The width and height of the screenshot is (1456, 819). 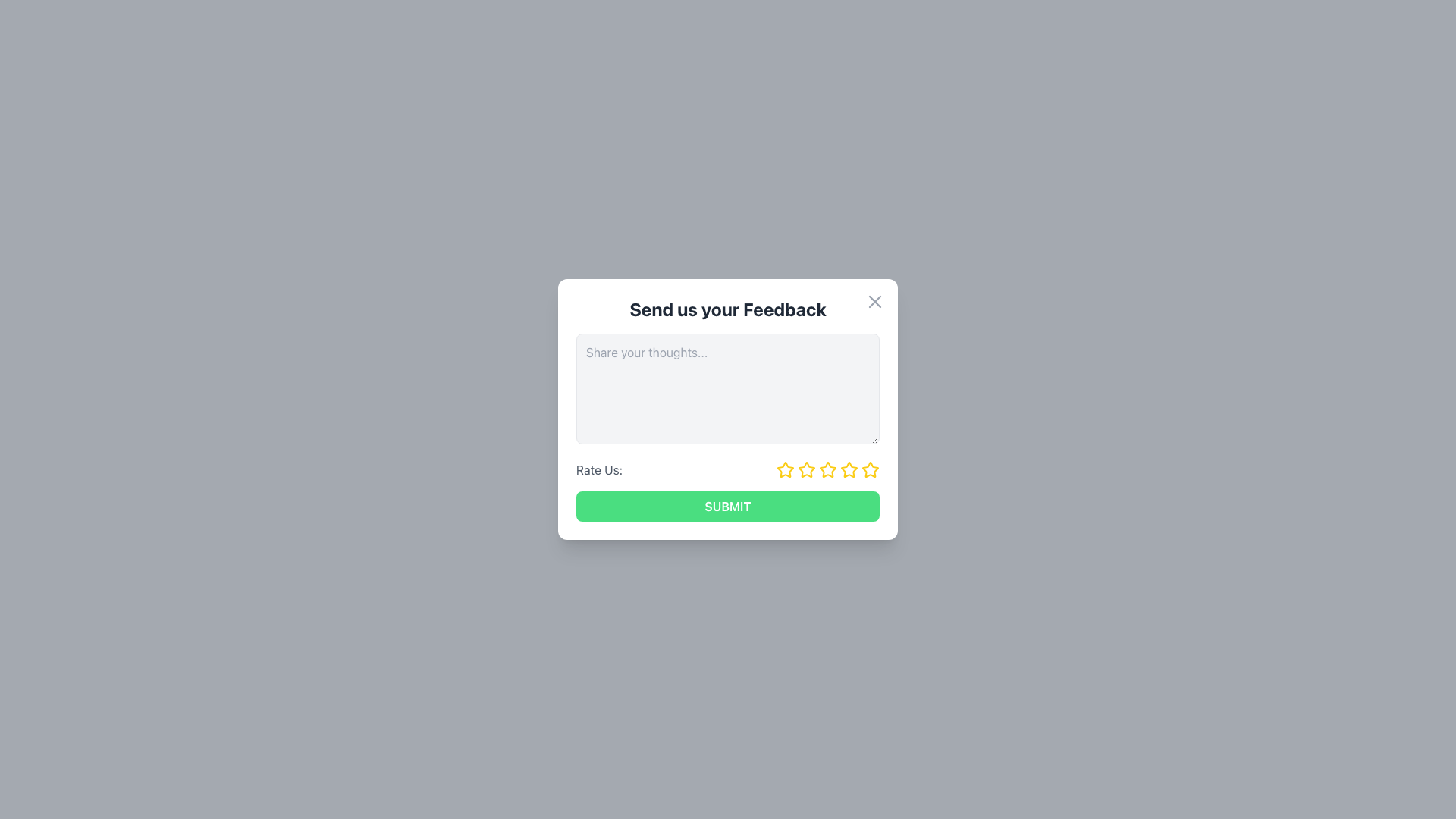 I want to click on the first rating star in the feedback form, so click(x=786, y=469).